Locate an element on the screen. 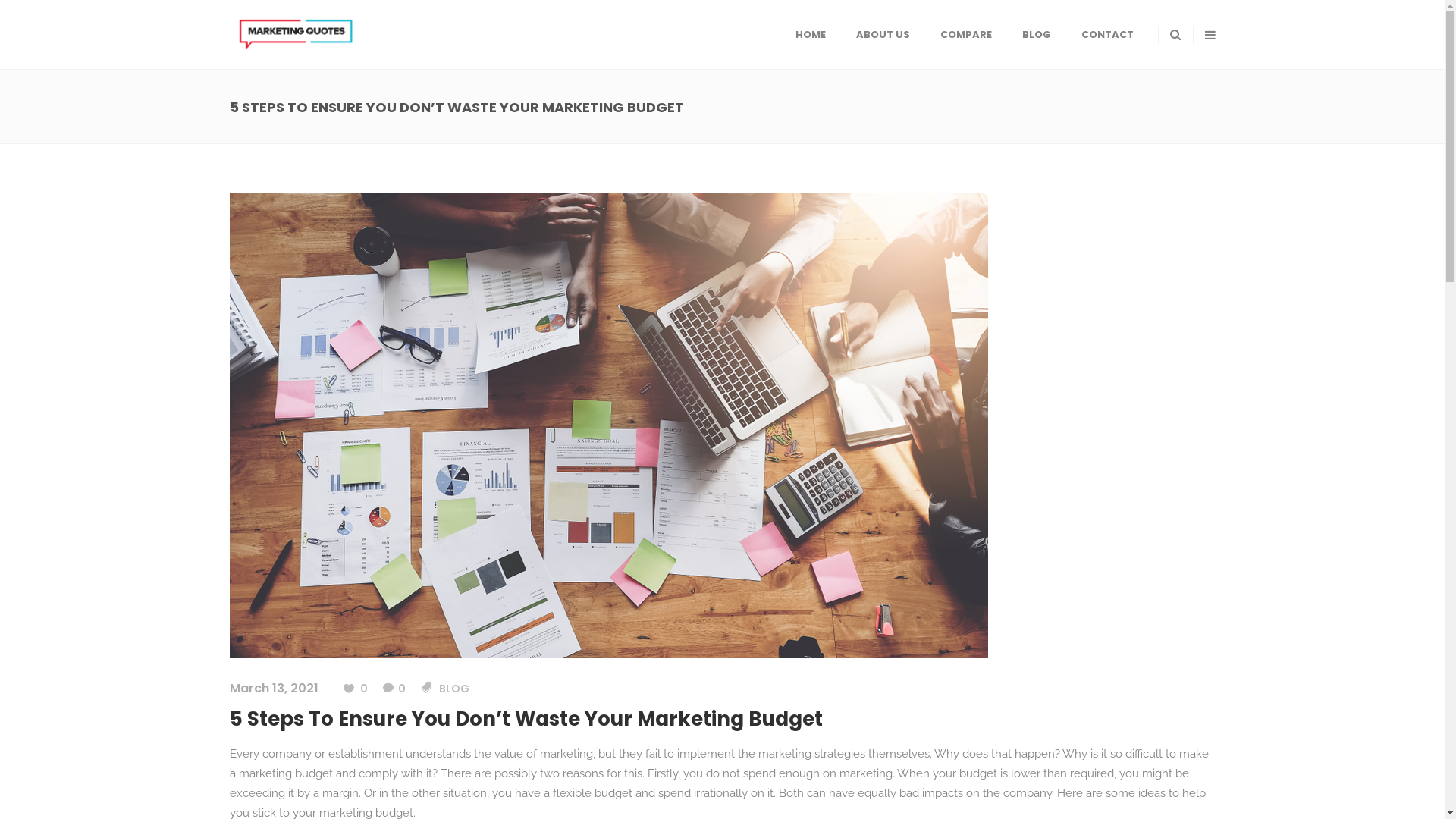 This screenshot has height=819, width=1456. 'BLOG' is located at coordinates (1036, 34).